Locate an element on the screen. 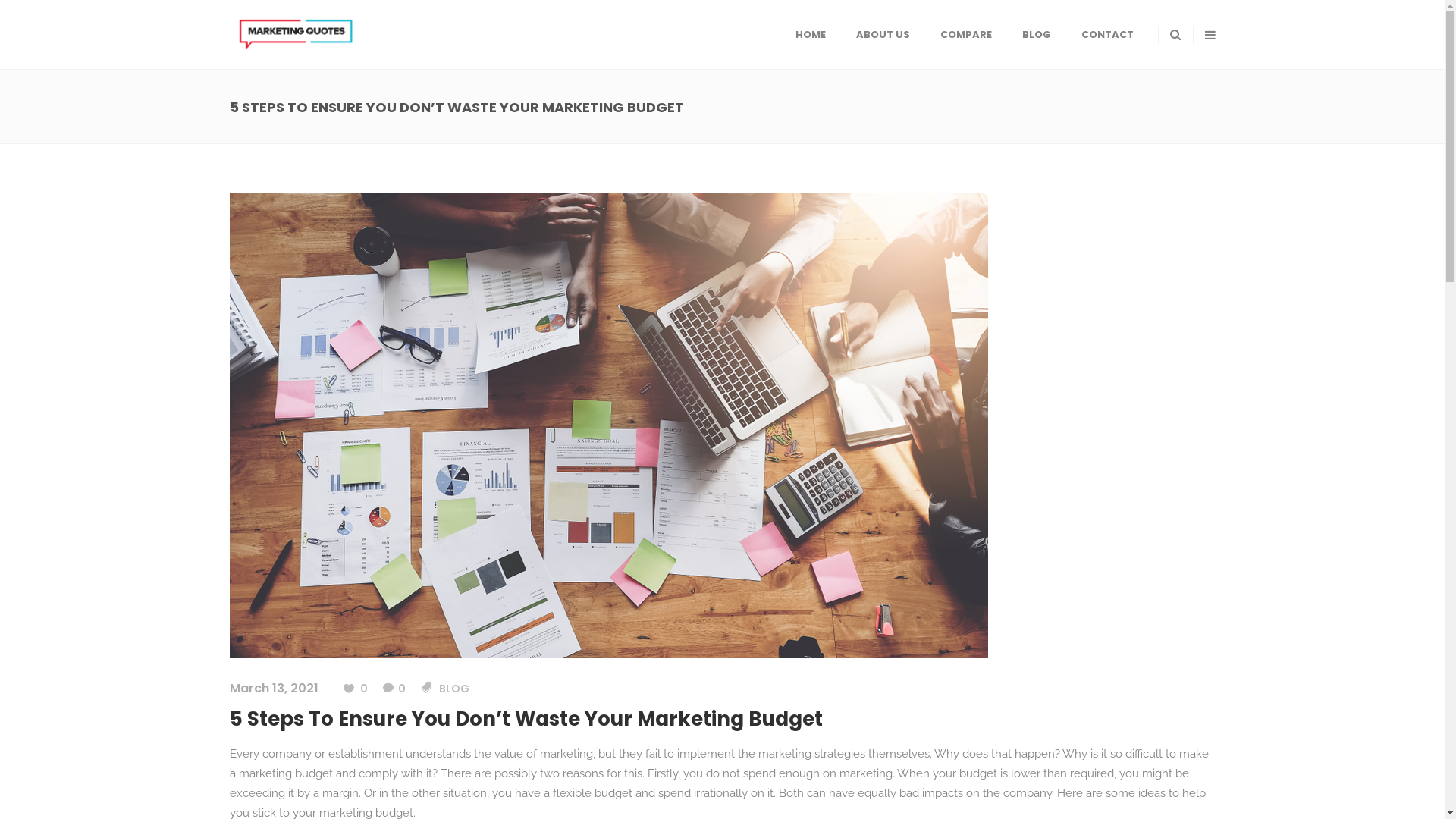 This screenshot has height=819, width=1456. 'BLOG' is located at coordinates (1036, 34).